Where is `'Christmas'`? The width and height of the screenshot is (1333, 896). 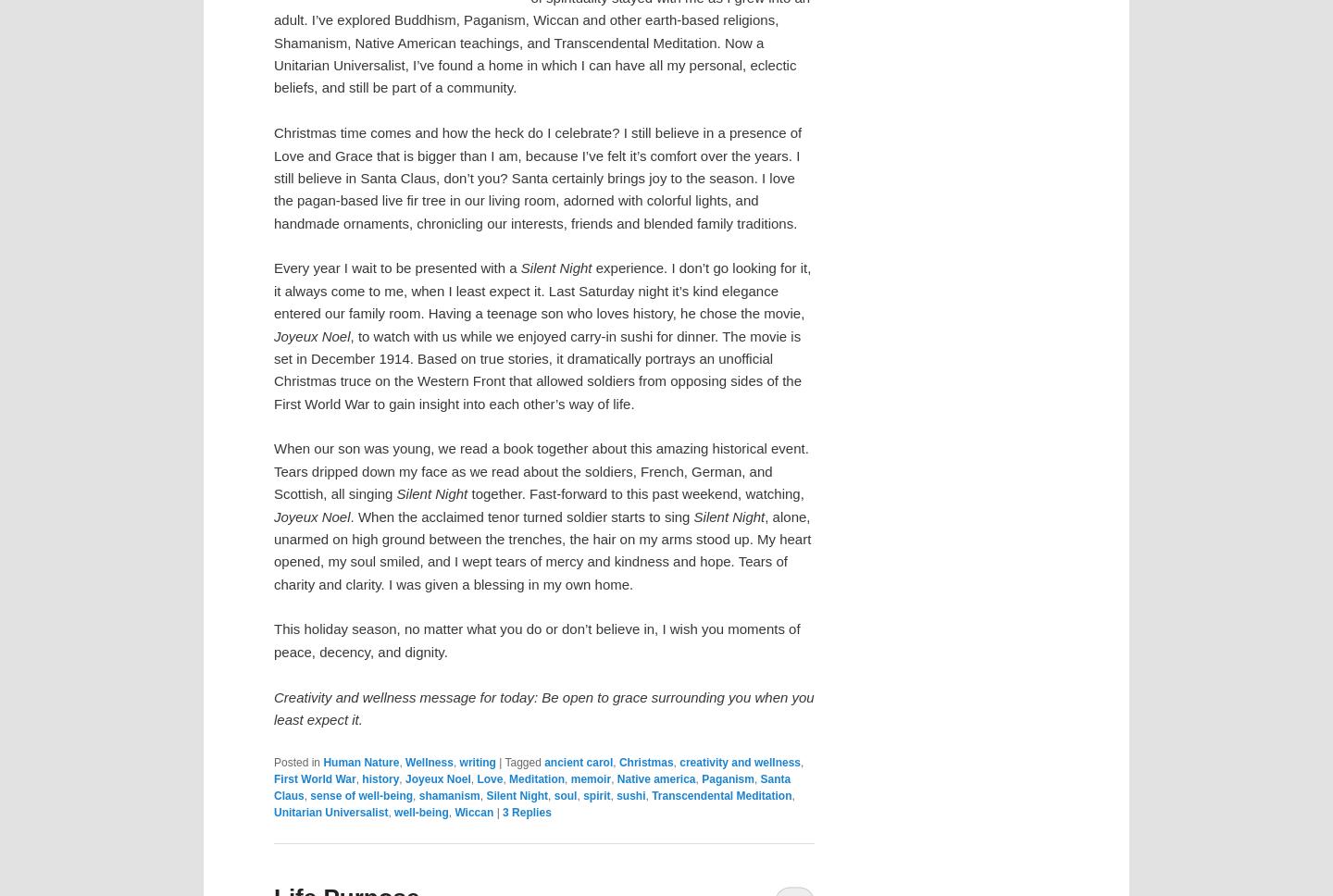
'Christmas' is located at coordinates (645, 761).